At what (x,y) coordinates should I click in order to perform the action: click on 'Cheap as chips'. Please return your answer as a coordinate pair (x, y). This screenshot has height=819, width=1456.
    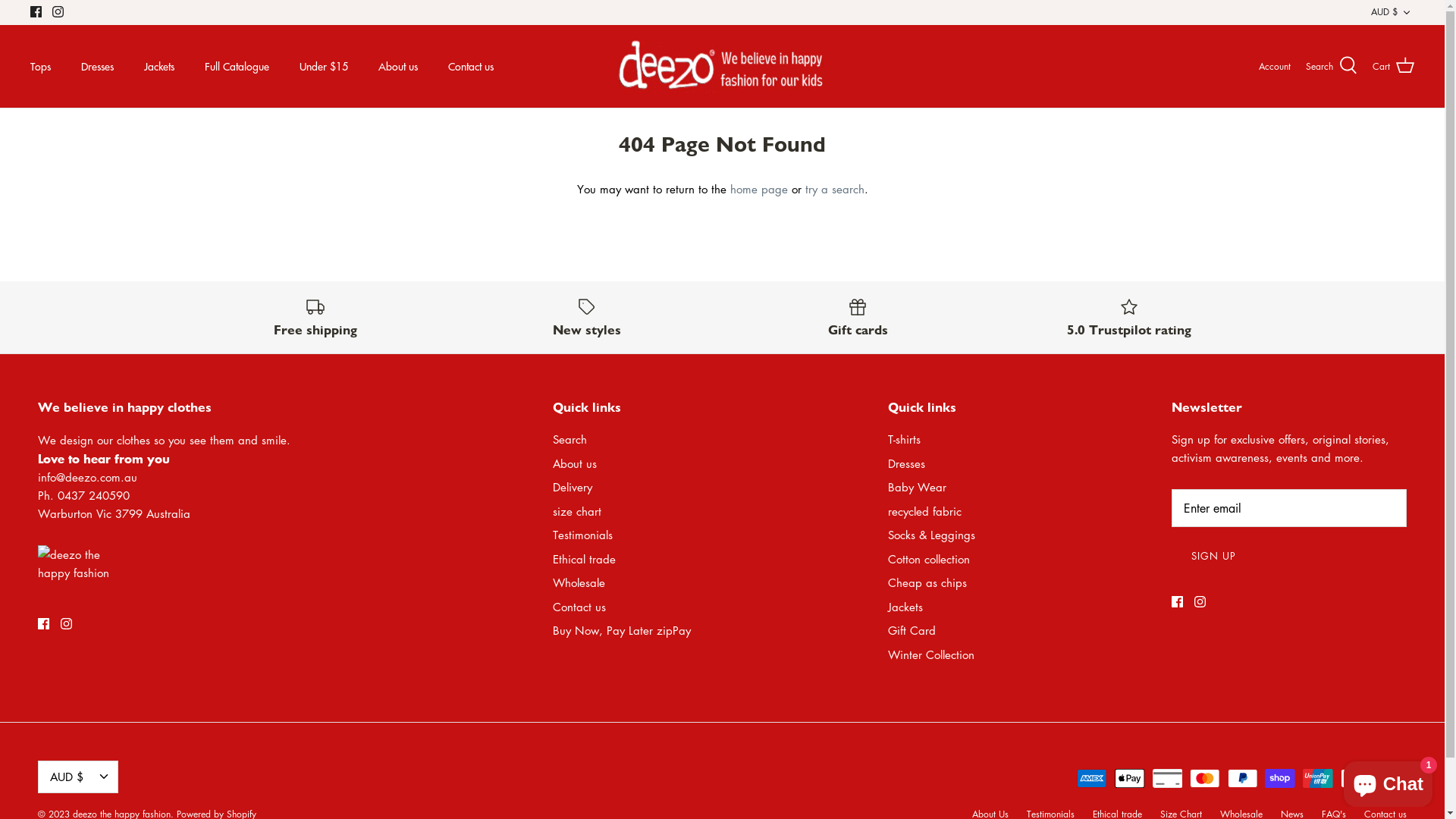
    Looking at the image, I should click on (927, 581).